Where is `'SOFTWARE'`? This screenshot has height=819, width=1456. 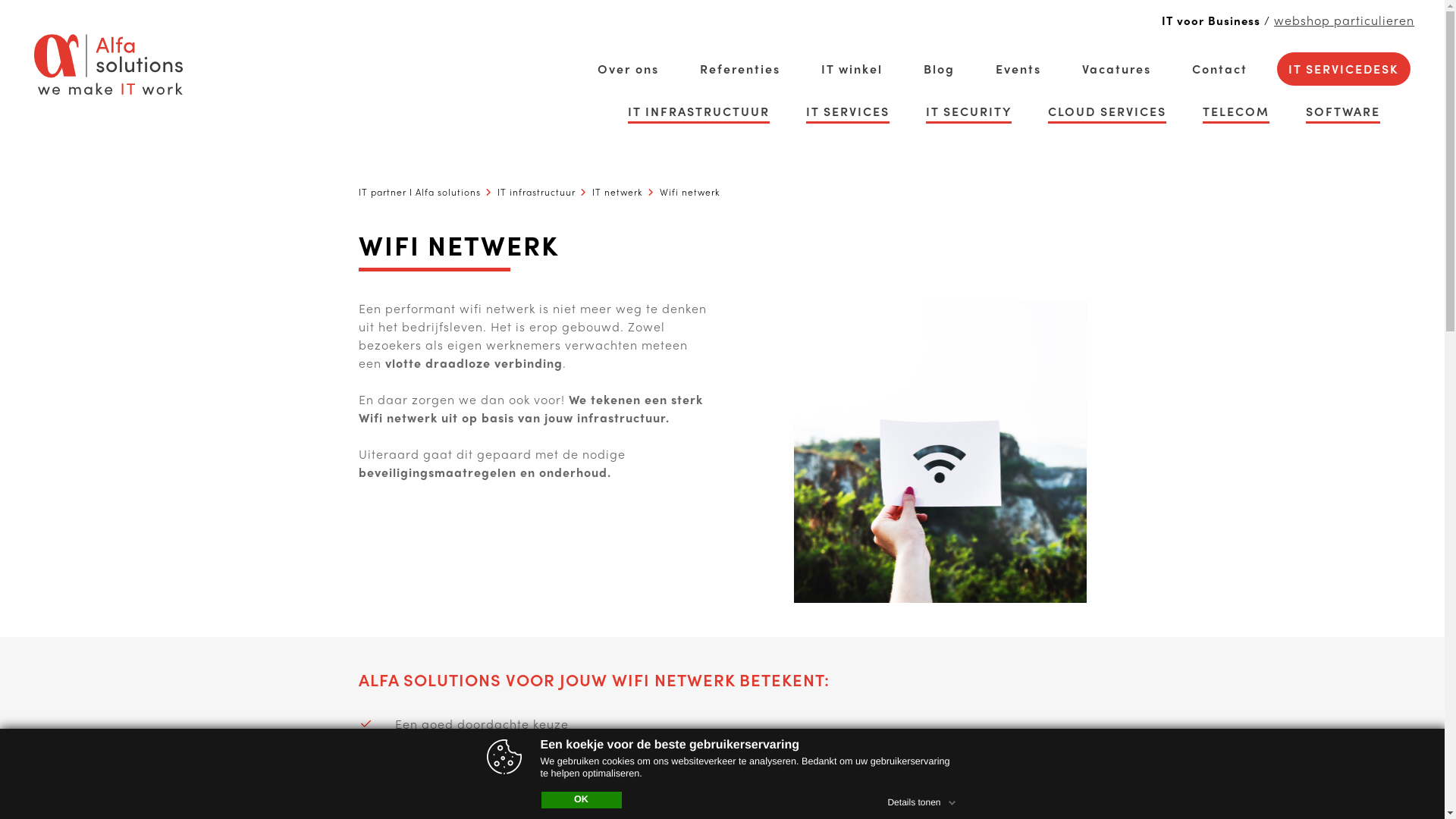
'SOFTWARE' is located at coordinates (1343, 110).